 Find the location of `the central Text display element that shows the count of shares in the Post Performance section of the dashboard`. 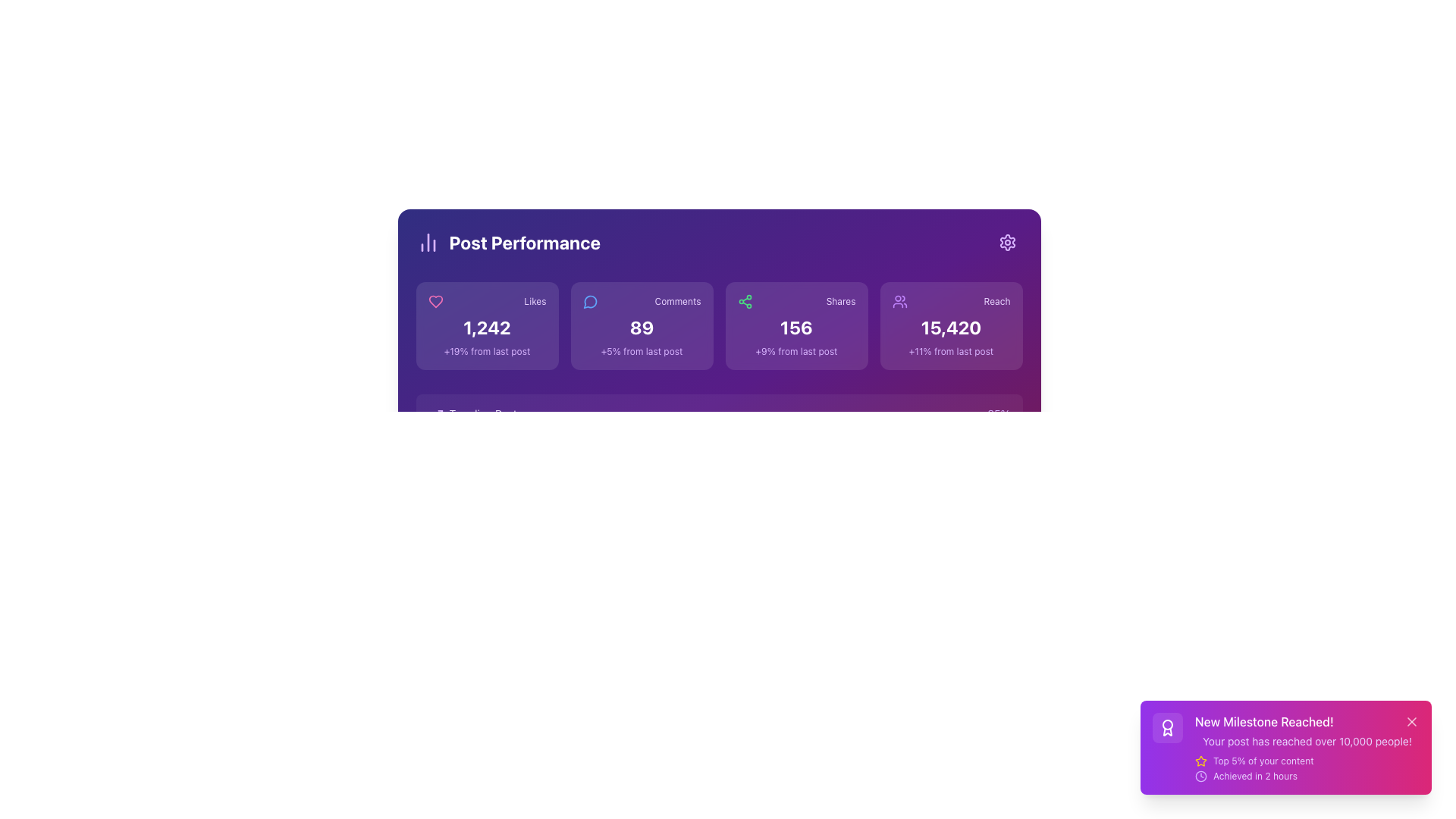

the central Text display element that shows the count of shares in the Post Performance section of the dashboard is located at coordinates (795, 327).